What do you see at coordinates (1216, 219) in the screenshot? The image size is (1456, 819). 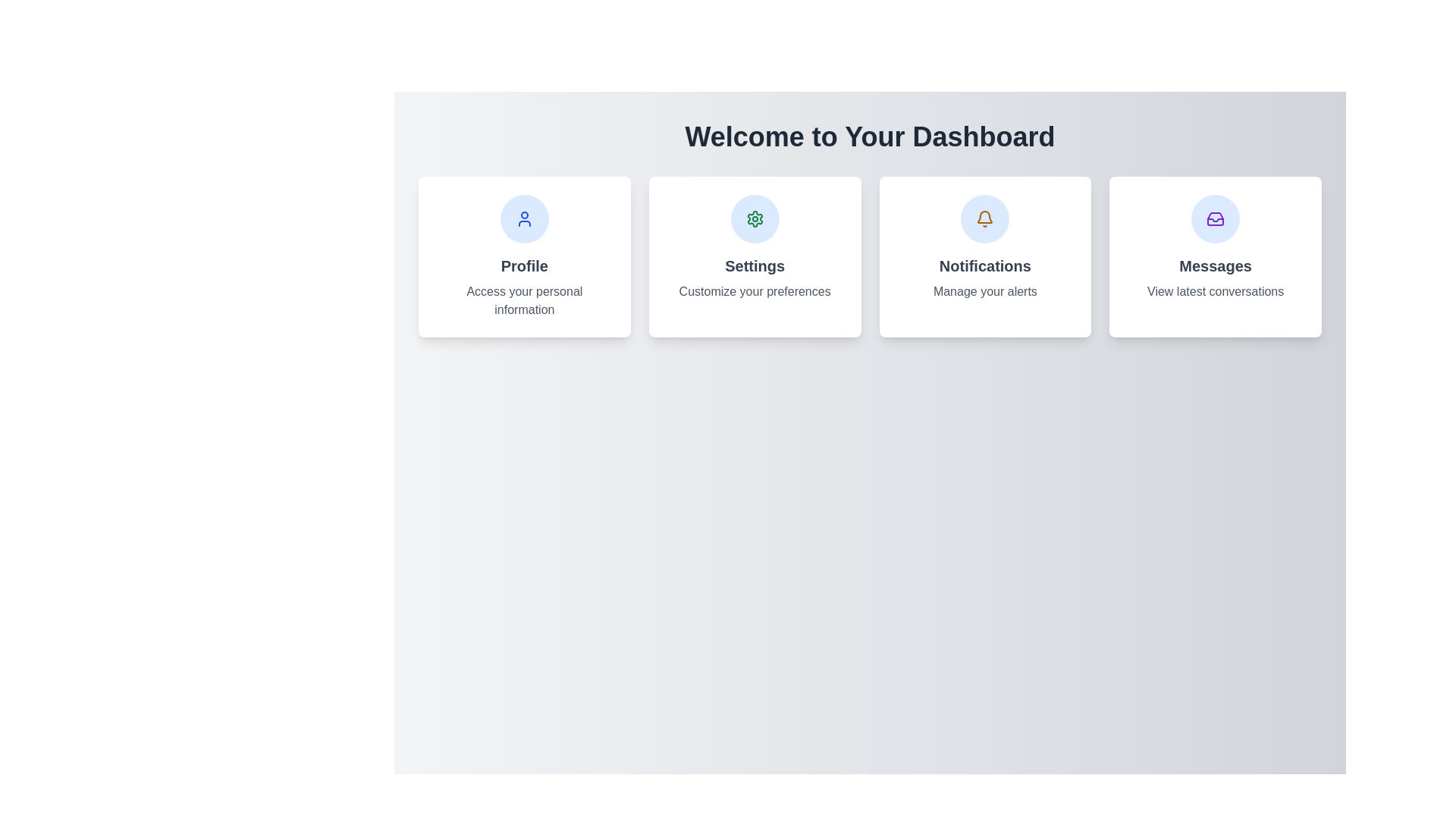 I see `the Messages icon` at bounding box center [1216, 219].